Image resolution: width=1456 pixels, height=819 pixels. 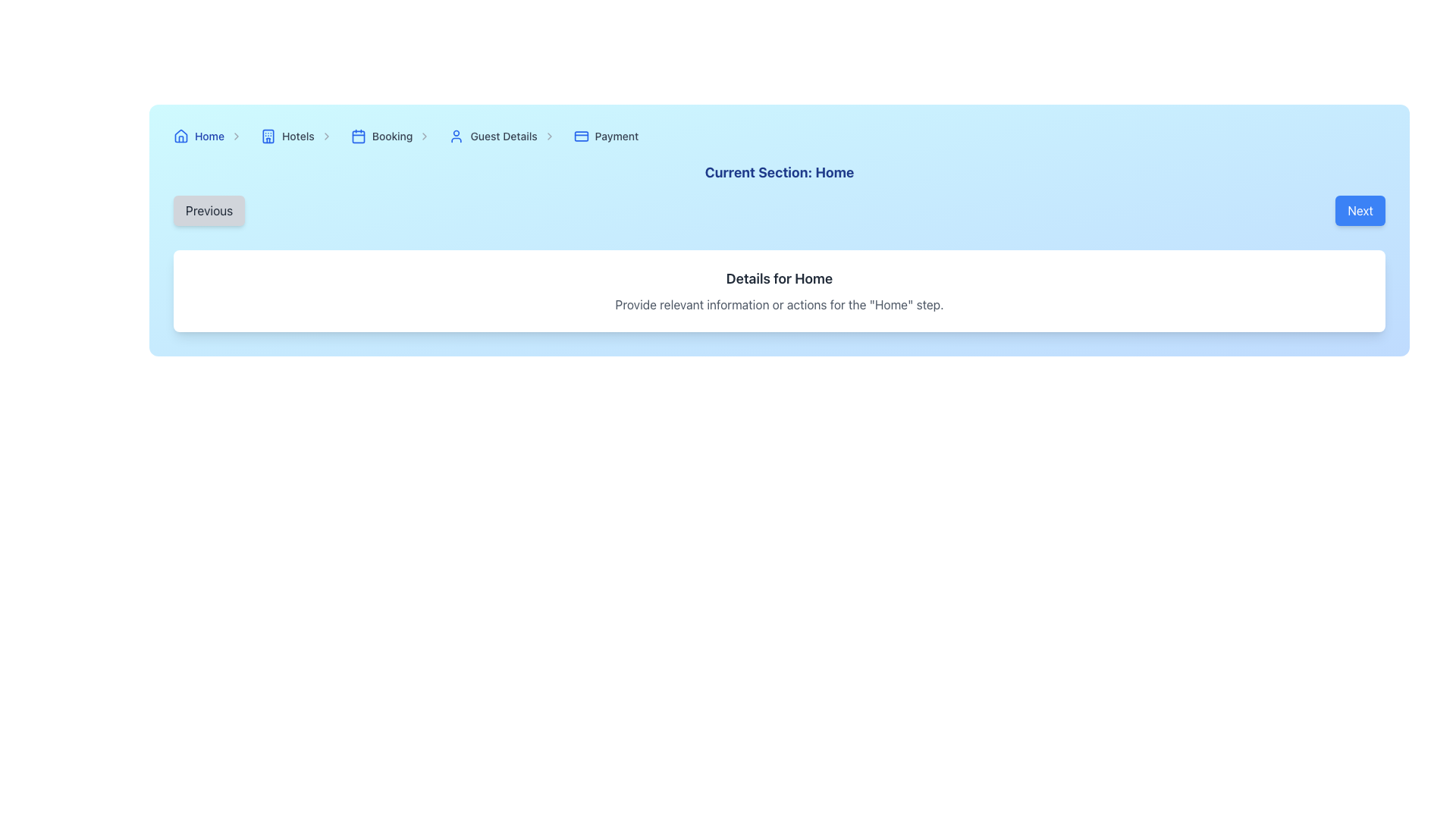 I want to click on the 'Hotels' hyperlink in the navigation bar to trigger the color change effect, so click(x=298, y=136).